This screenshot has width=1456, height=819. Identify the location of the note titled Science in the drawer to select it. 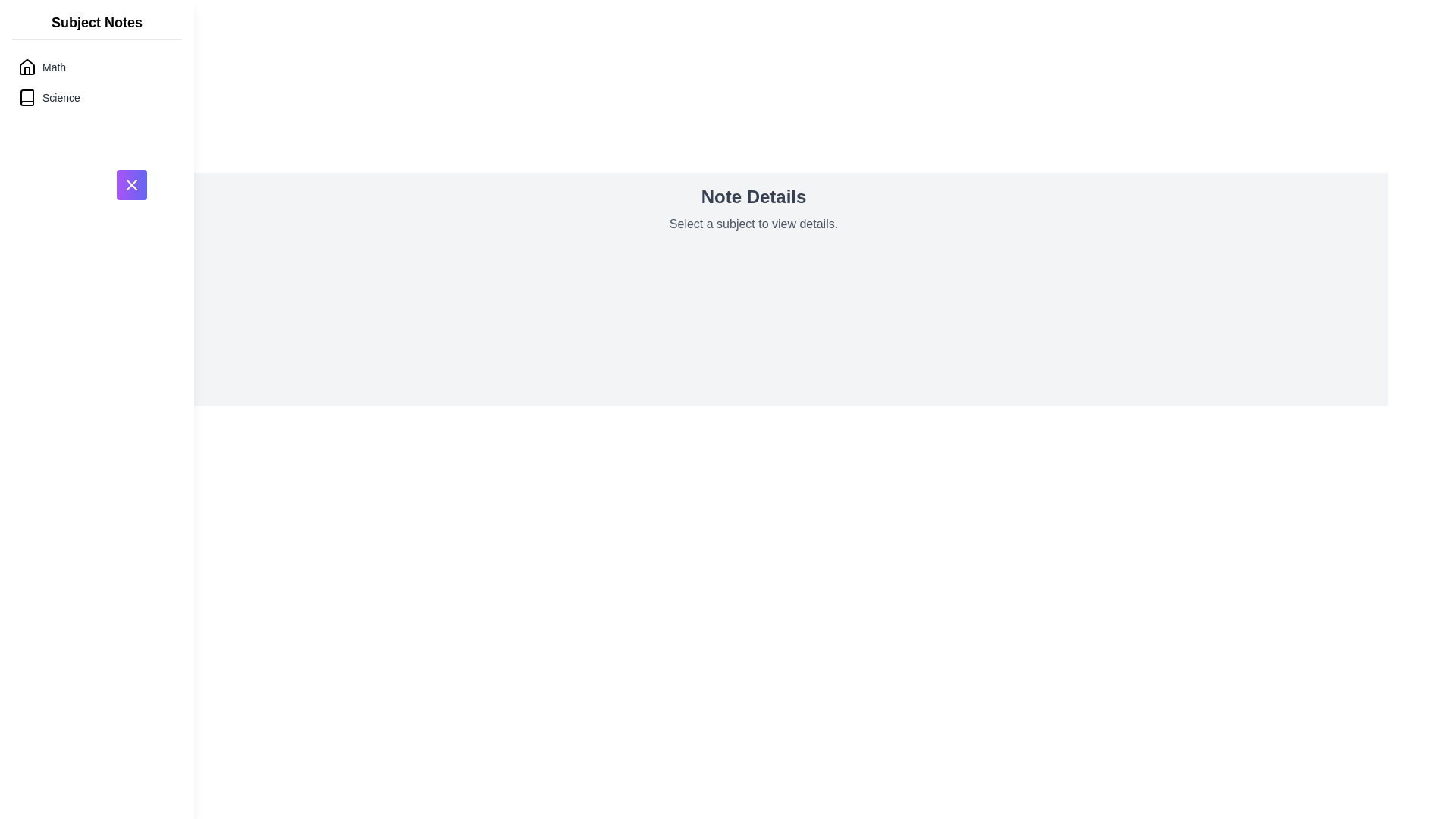
(96, 97).